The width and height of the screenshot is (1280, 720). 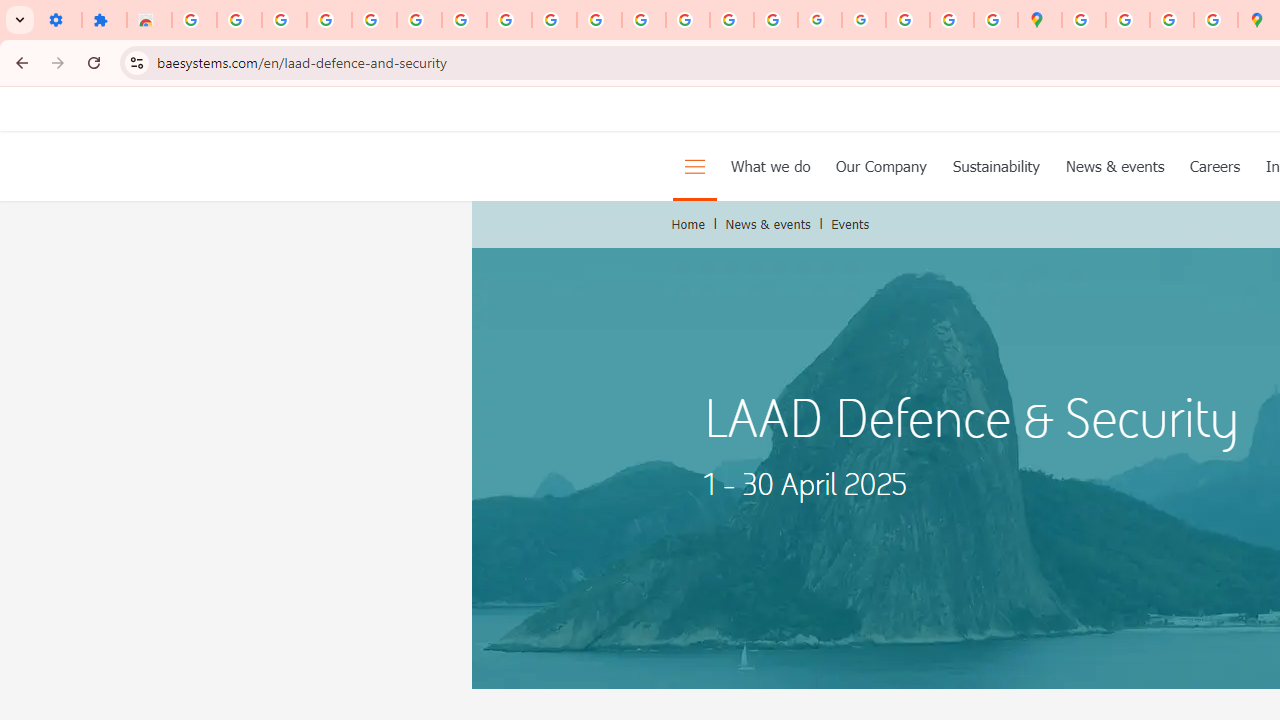 I want to click on 'Home', so click(x=688, y=223).